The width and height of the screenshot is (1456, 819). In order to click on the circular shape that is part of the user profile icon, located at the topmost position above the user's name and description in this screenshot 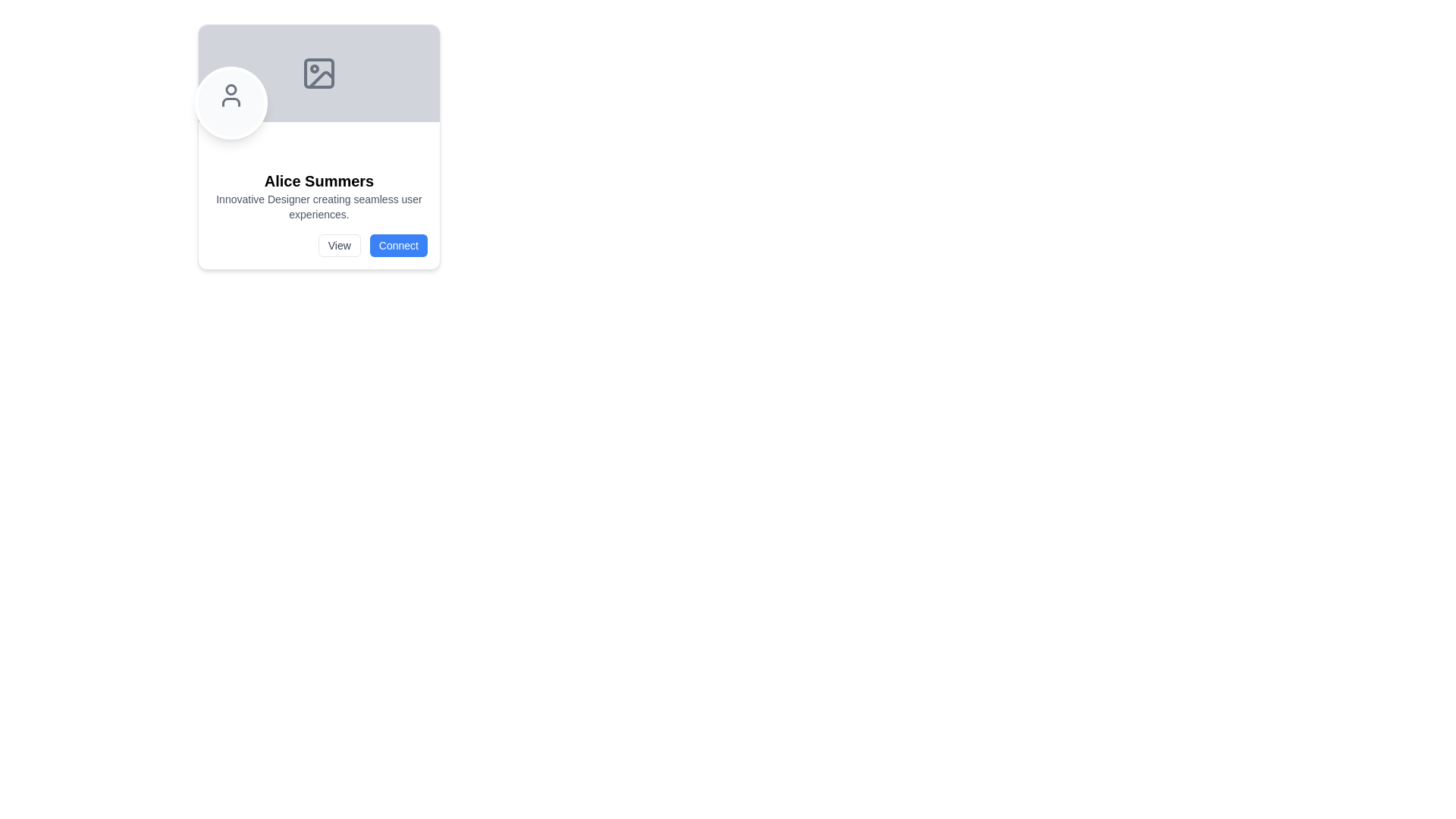, I will do `click(231, 89)`.